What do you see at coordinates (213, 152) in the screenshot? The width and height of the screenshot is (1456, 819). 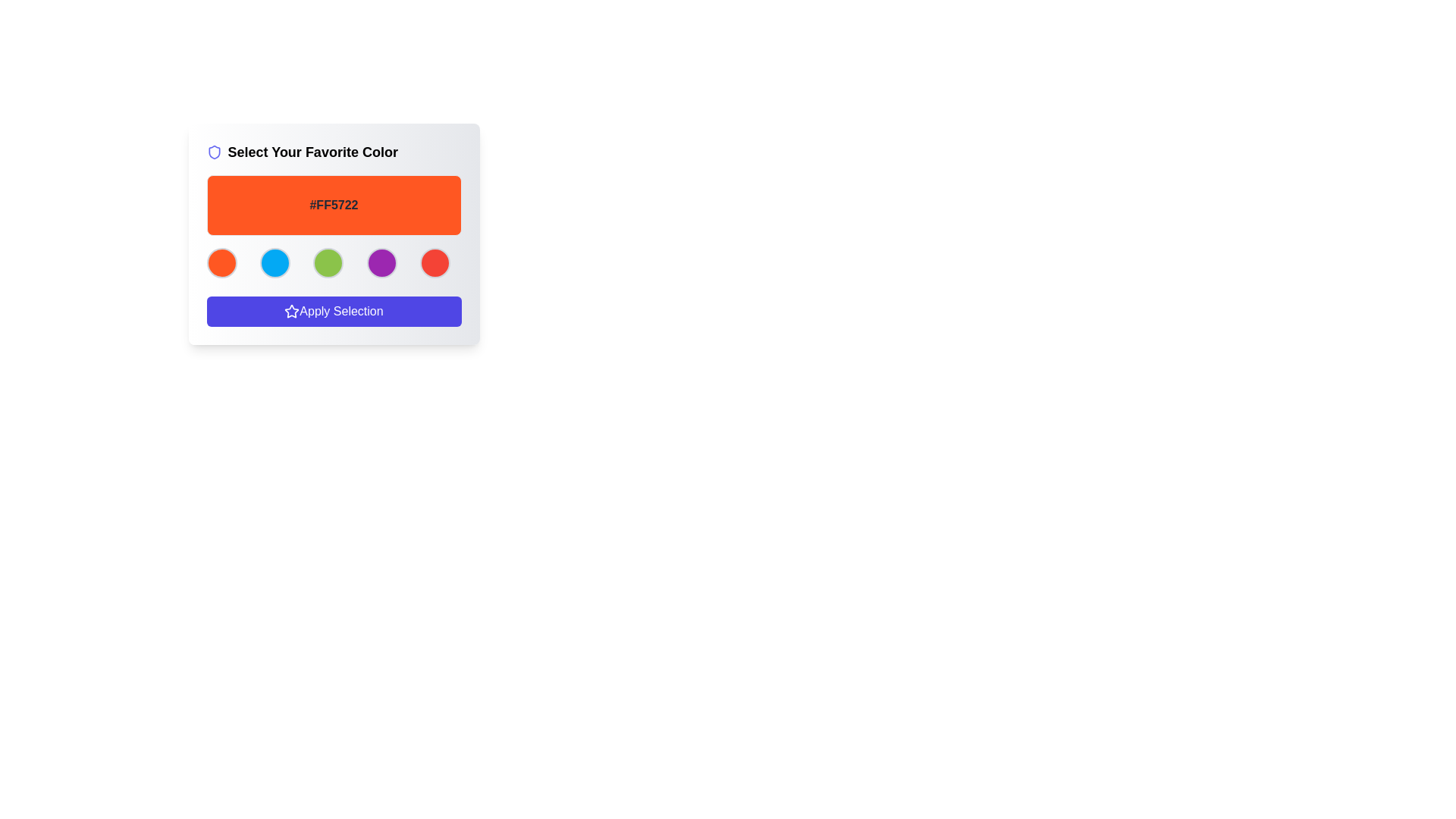 I see `the purple shield icon that is located to the left of the heading 'Select Your Favorite Color'` at bounding box center [213, 152].